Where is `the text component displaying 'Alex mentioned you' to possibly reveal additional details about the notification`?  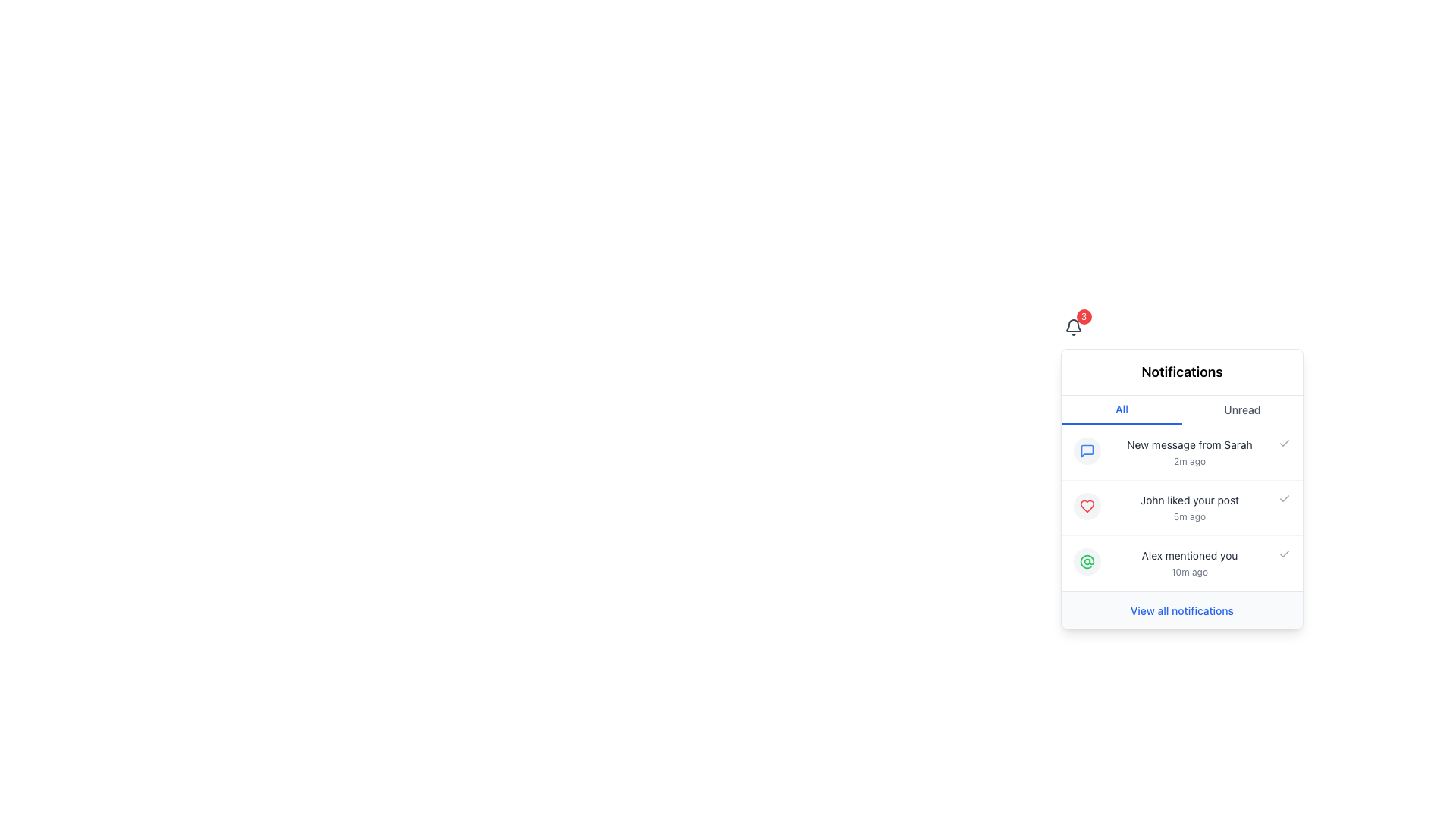
the text component displaying 'Alex mentioned you' to possibly reveal additional details about the notification is located at coordinates (1189, 563).